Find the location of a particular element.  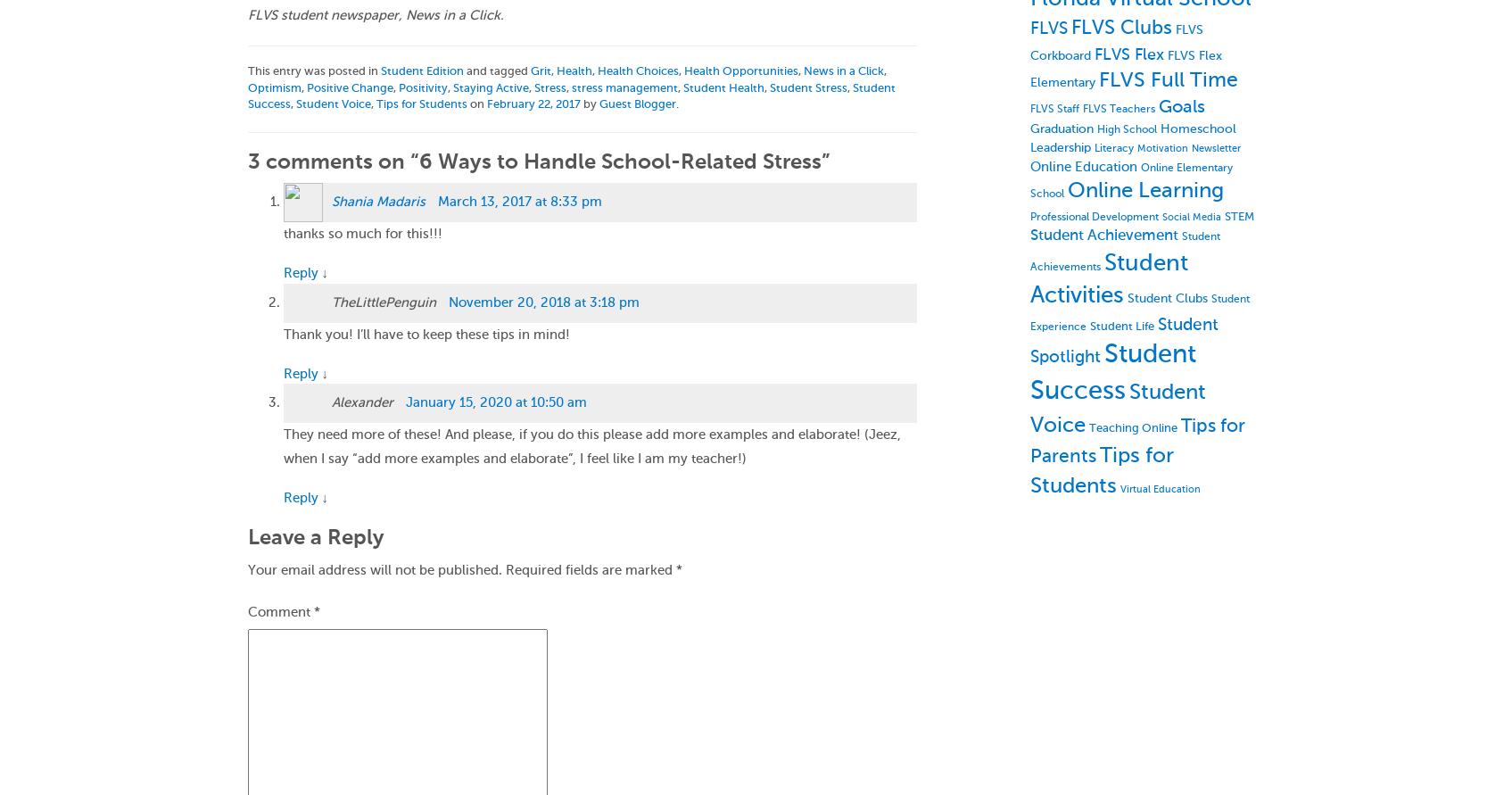

'Leave a Reply' is located at coordinates (314, 536).